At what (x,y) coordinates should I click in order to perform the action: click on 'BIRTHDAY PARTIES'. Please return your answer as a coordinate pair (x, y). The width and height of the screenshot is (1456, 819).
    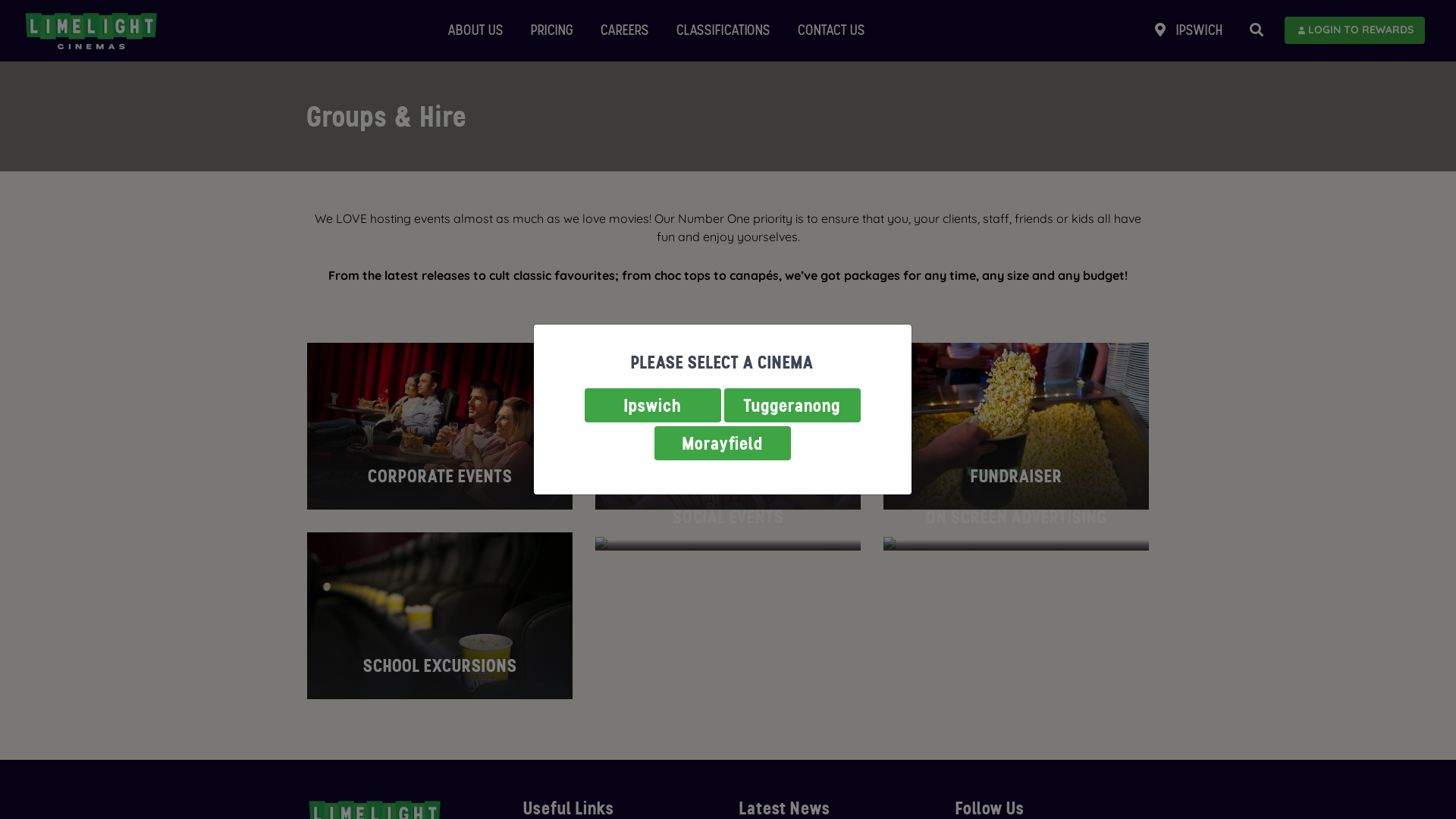
    Looking at the image, I should click on (728, 426).